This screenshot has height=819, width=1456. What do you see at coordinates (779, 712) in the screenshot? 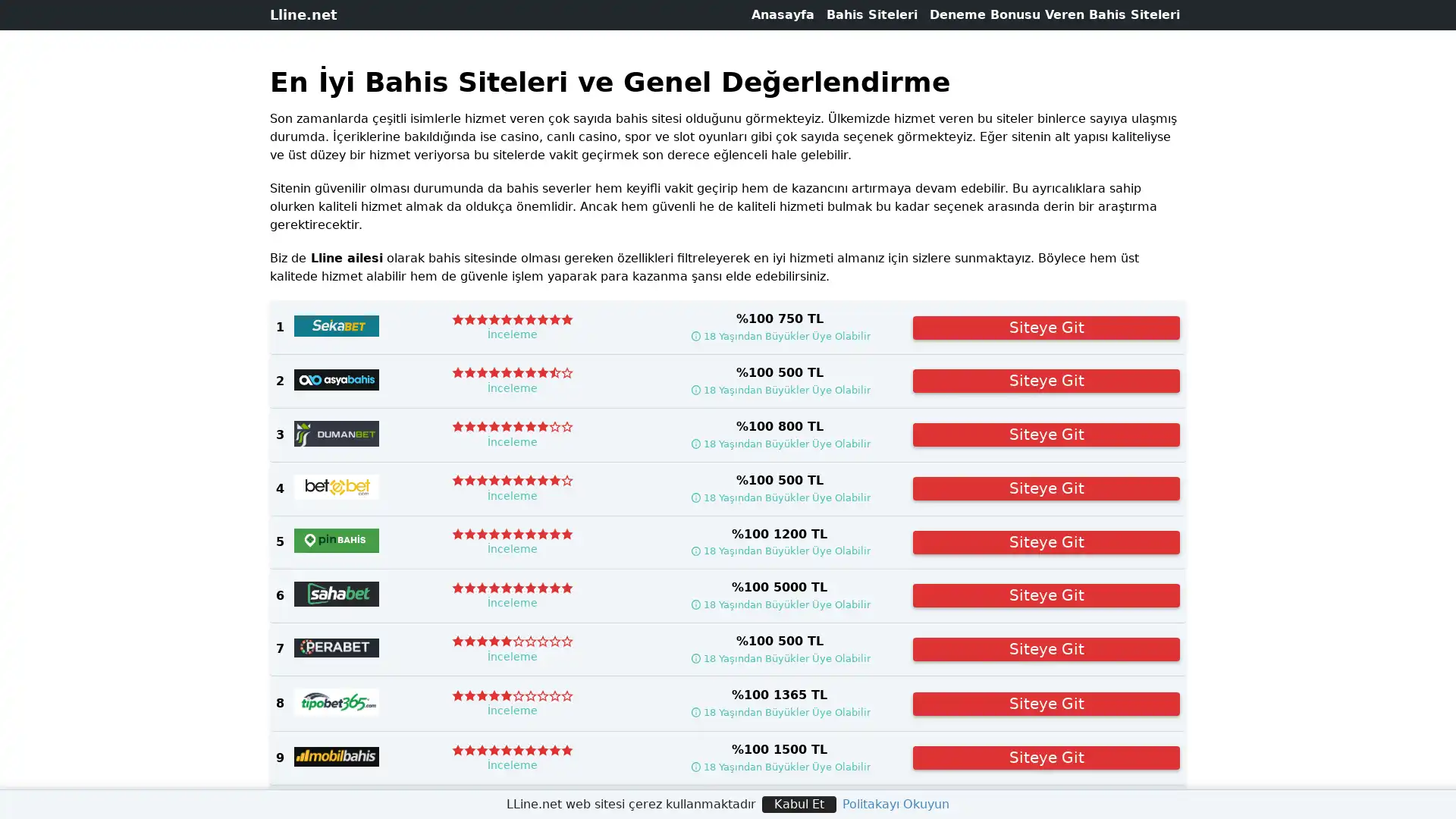
I see `Load terms and conditions` at bounding box center [779, 712].